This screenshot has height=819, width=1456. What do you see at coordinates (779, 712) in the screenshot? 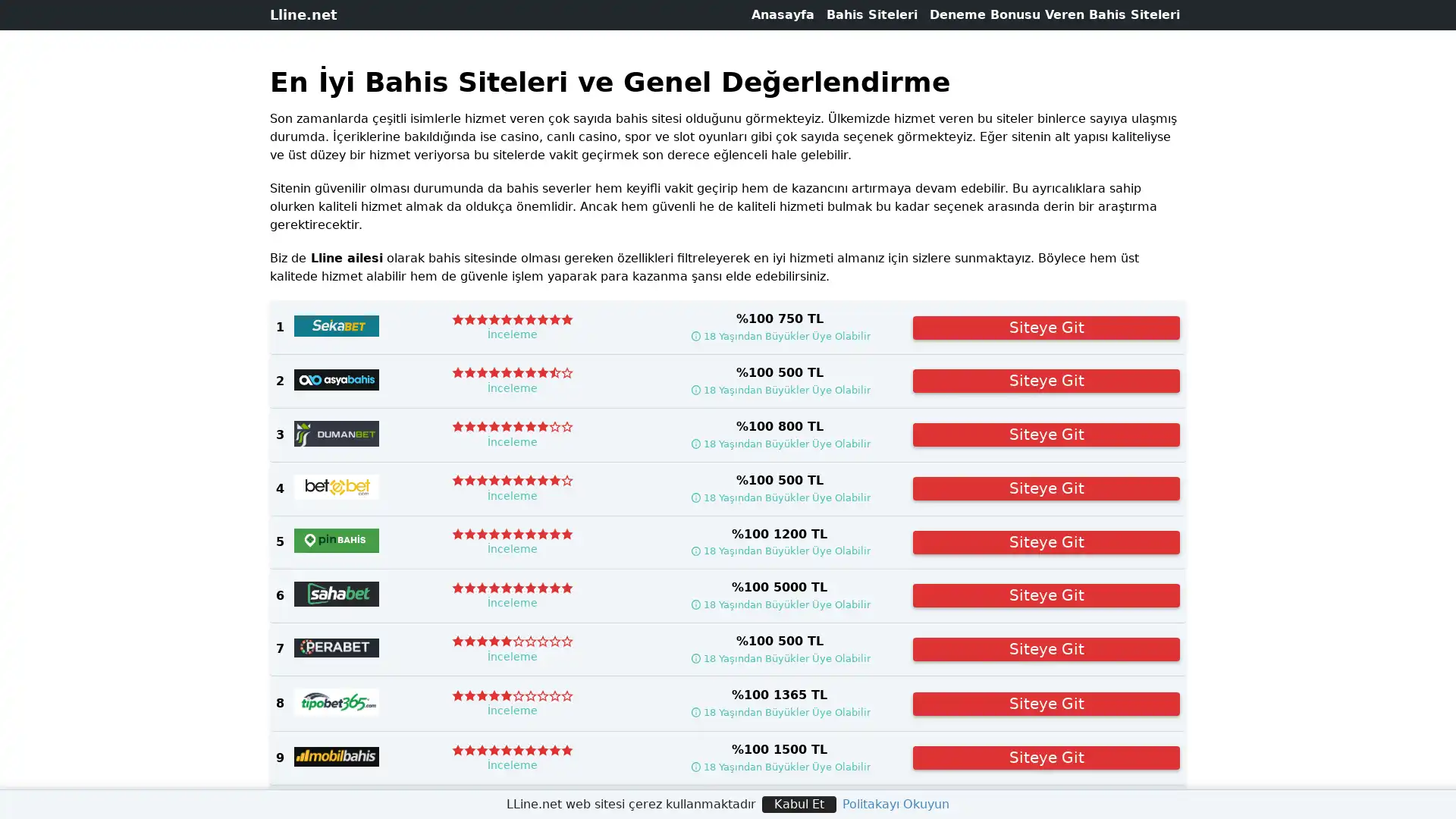
I see `Load terms and conditions` at bounding box center [779, 712].